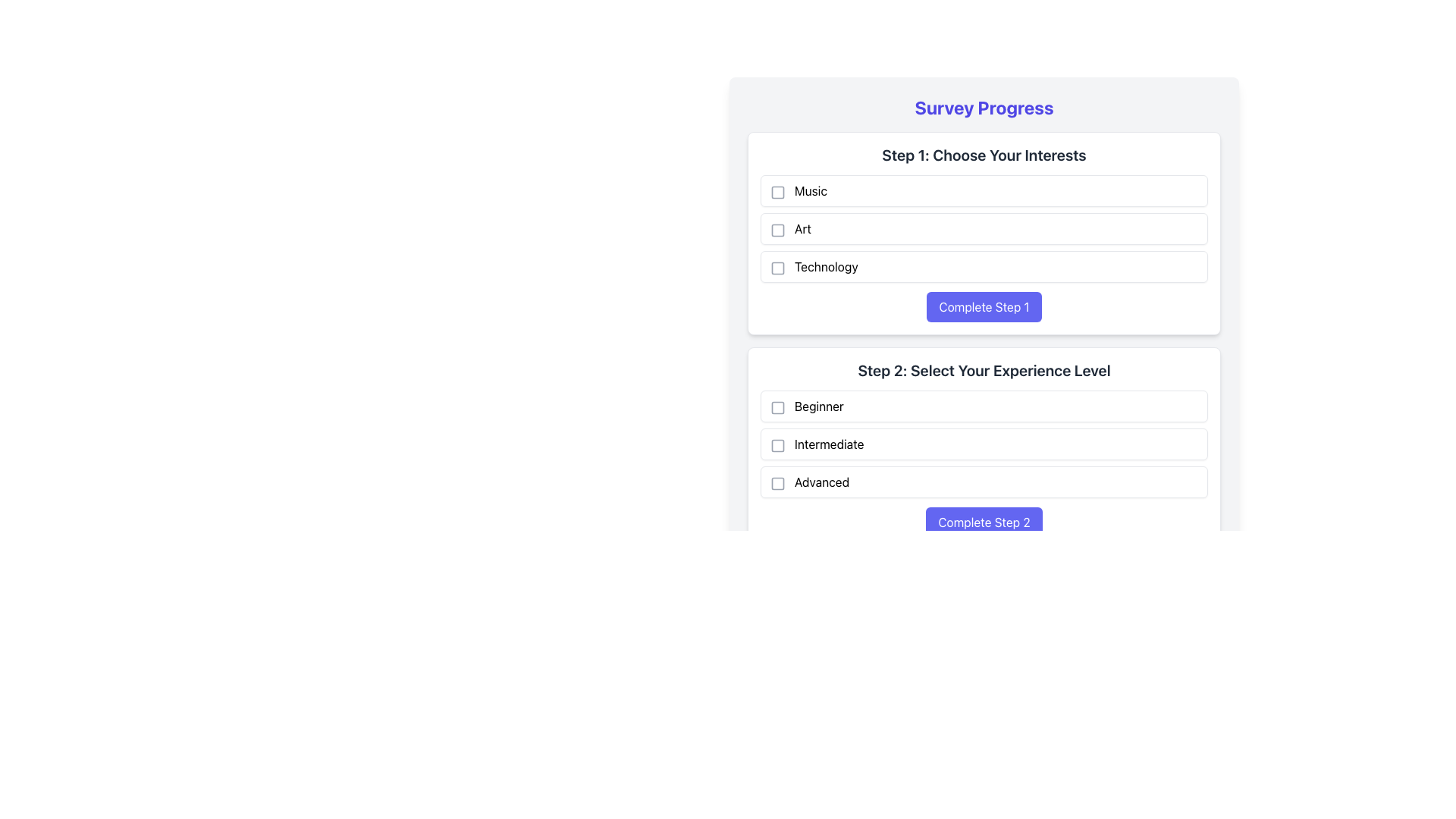  Describe the element at coordinates (778, 230) in the screenshot. I see `the checkbox icon` at that location.